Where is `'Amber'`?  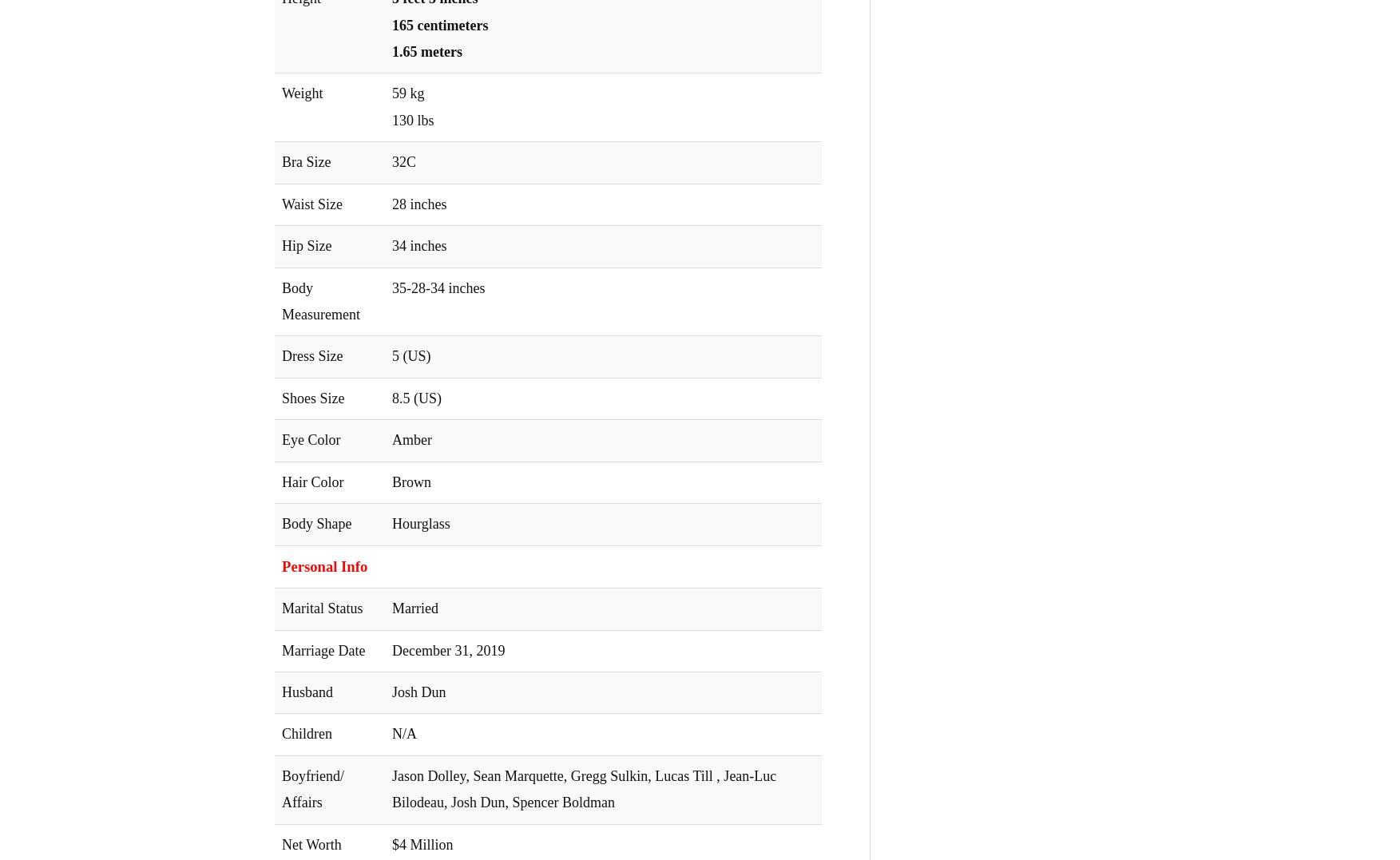
'Amber' is located at coordinates (412, 439).